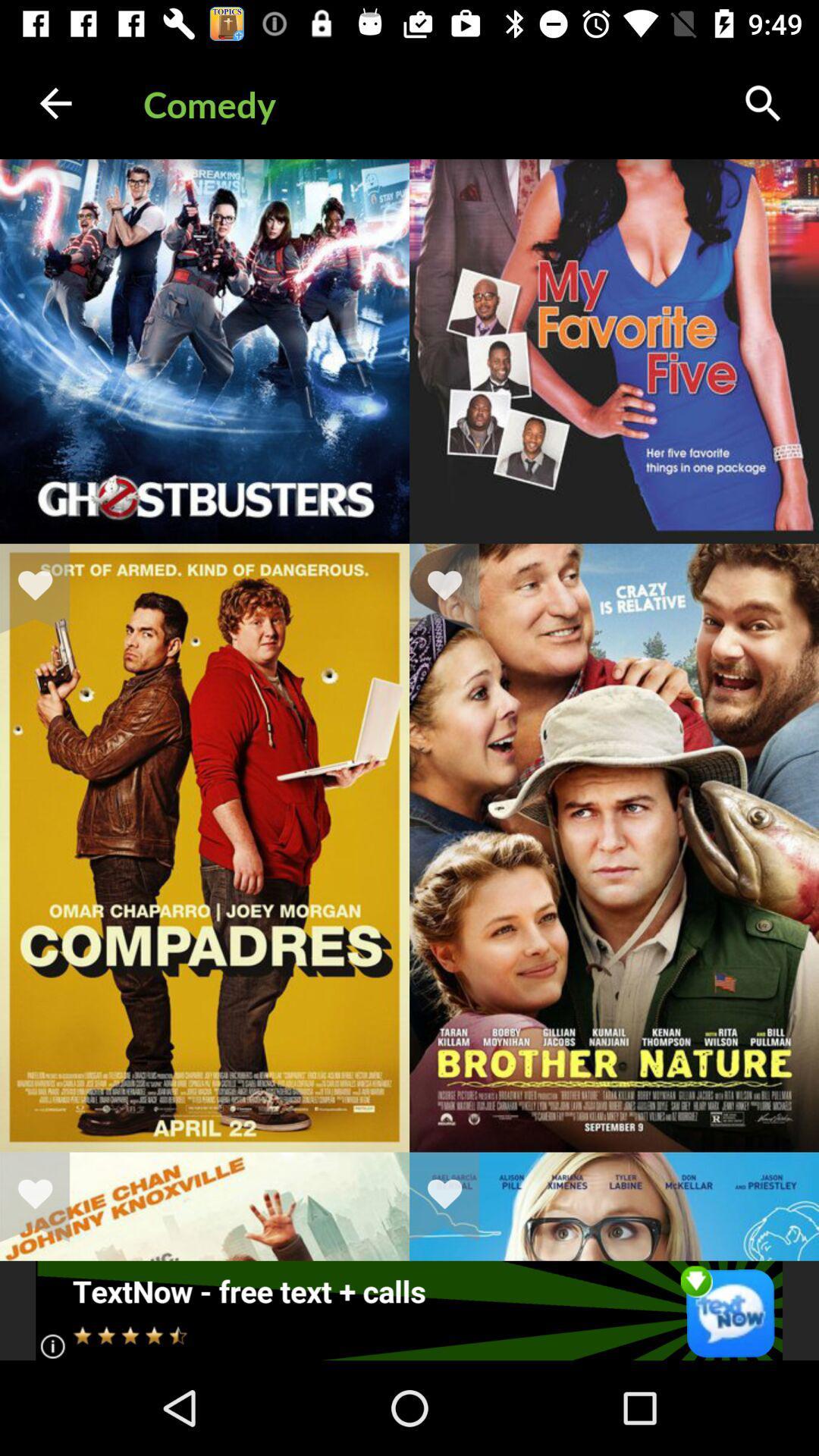 Image resolution: width=819 pixels, height=1456 pixels. Describe the element at coordinates (408, 1310) in the screenshot. I see `send a text` at that location.